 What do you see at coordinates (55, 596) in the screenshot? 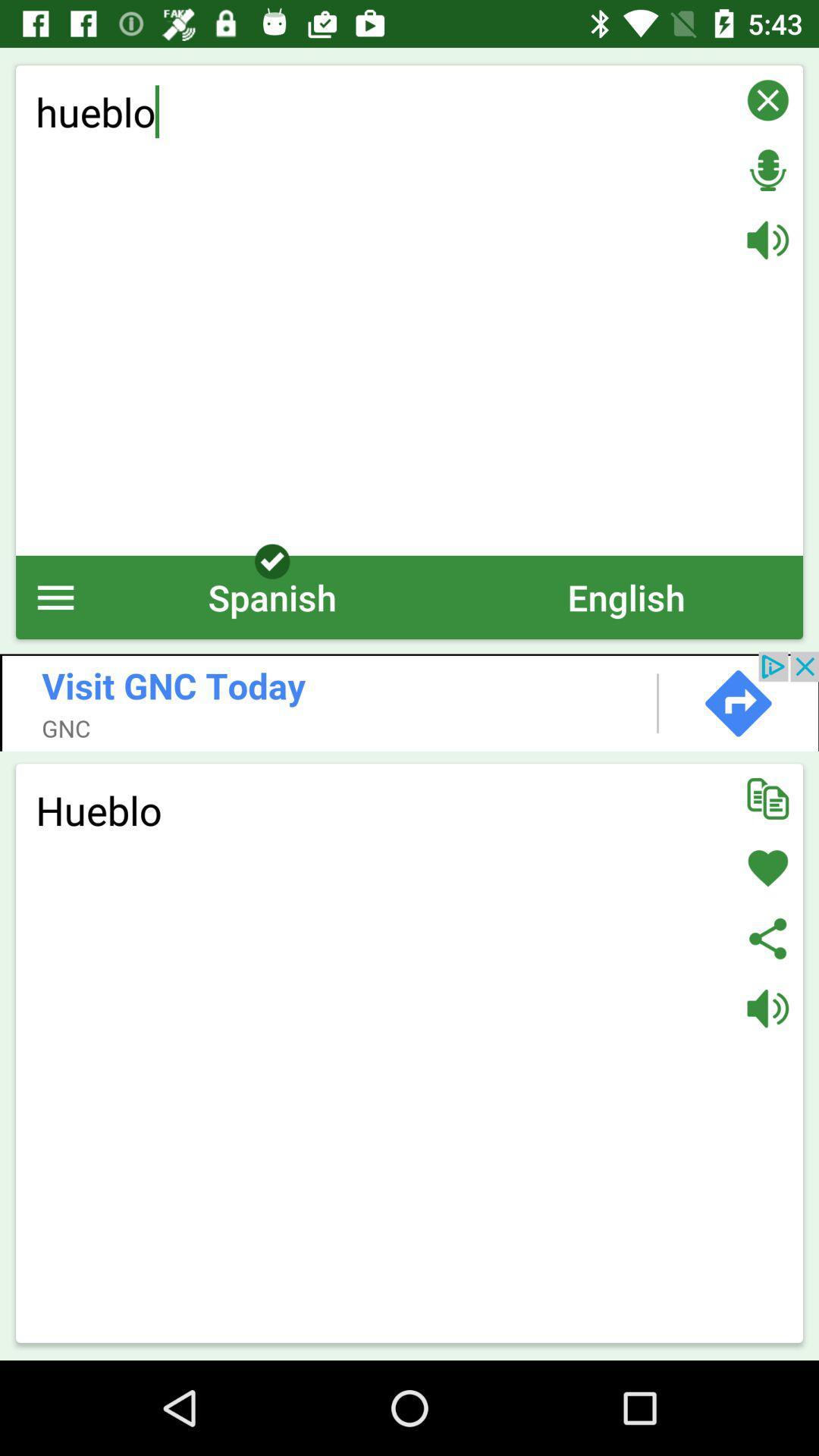
I see `the icon next to spanish icon` at bounding box center [55, 596].